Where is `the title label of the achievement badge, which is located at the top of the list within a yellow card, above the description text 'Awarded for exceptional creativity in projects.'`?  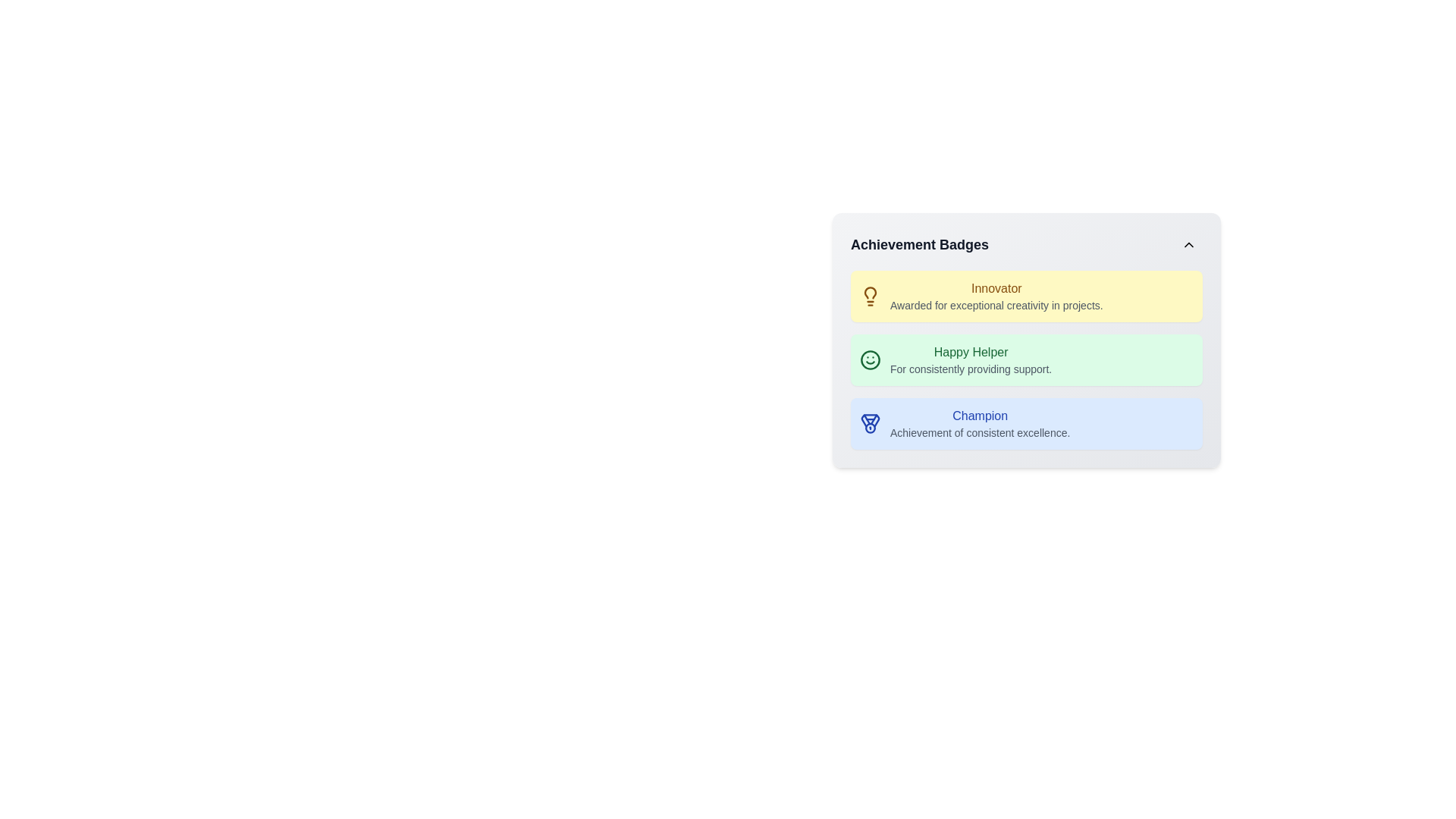
the title label of the achievement badge, which is located at the top of the list within a yellow card, above the description text 'Awarded for exceptional creativity in projects.' is located at coordinates (996, 289).